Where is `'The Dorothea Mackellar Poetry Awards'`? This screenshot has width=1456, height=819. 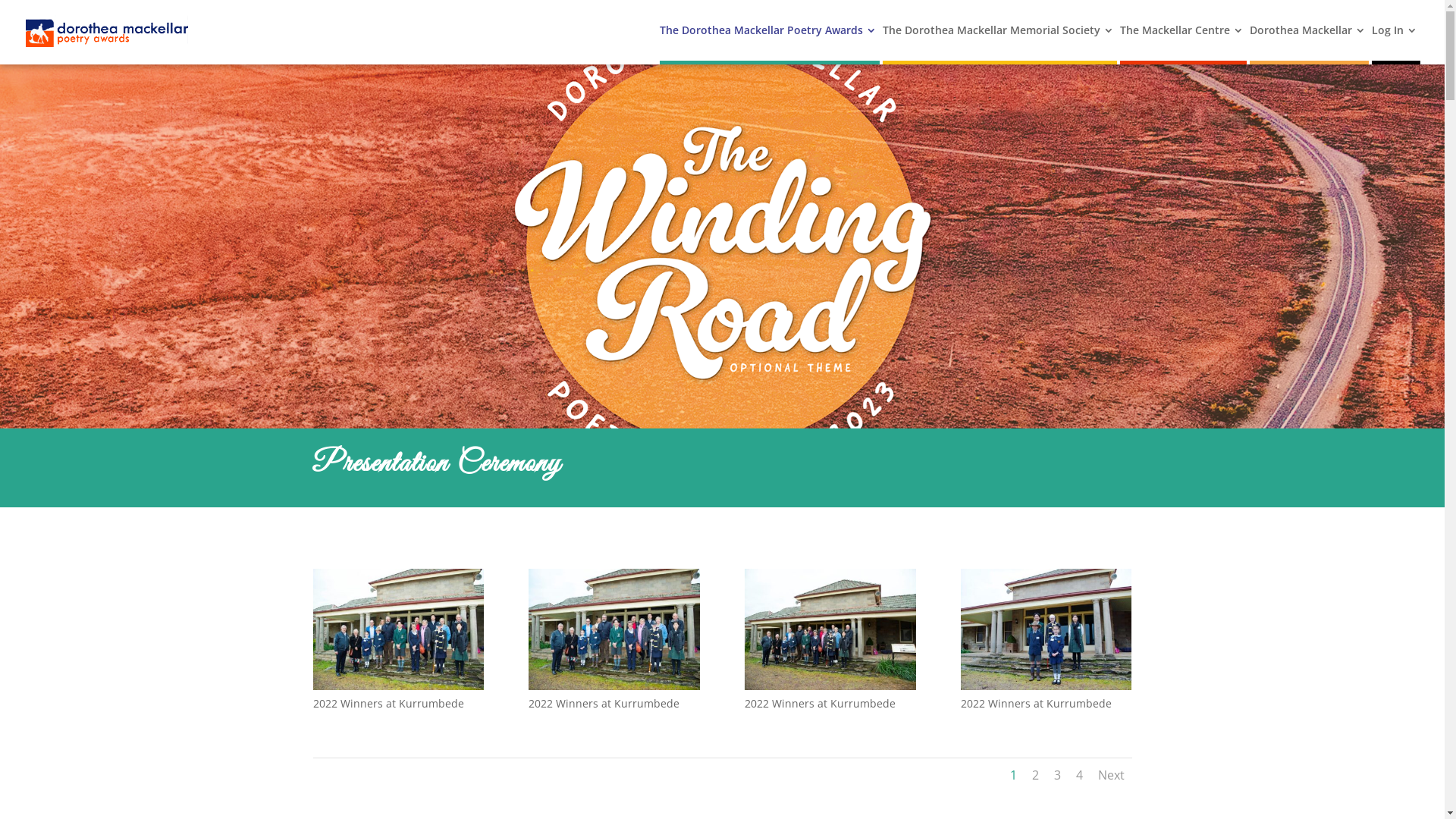 'The Dorothea Mackellar Poetry Awards' is located at coordinates (767, 42).